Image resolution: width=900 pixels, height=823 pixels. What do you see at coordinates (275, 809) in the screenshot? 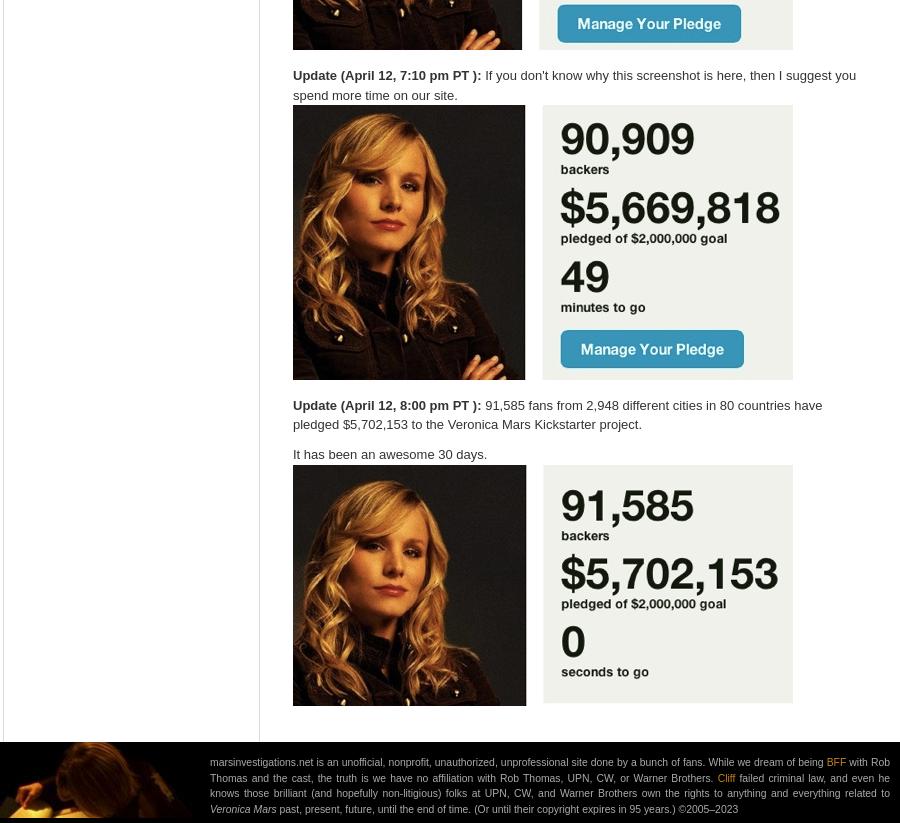
I see `'past, present, future, until the end of time. (Or until their copyright expires in 95 years.)  ©2005–2023'` at bounding box center [275, 809].